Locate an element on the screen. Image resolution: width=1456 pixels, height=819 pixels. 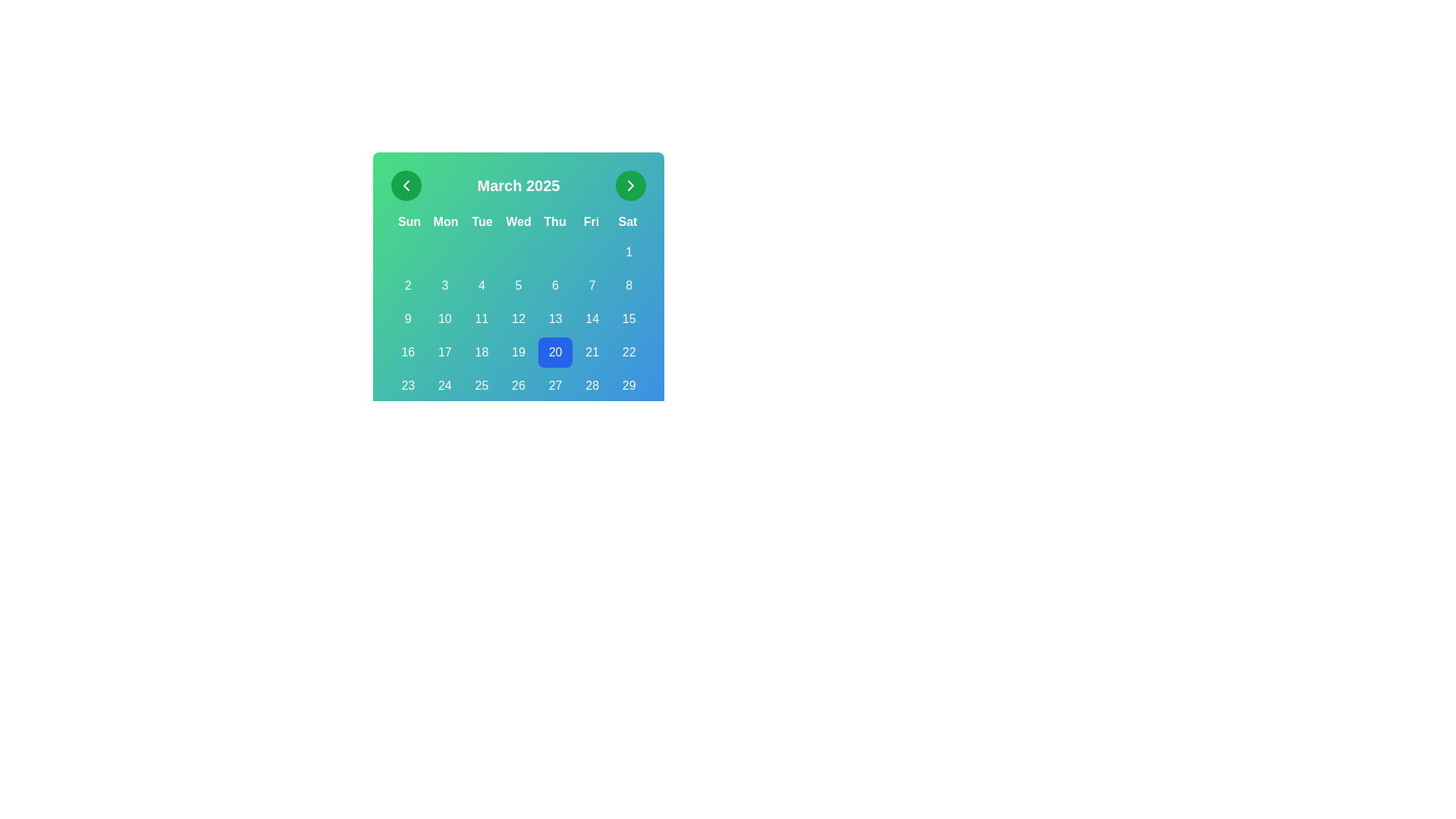
the circular button icon in the top-left corner of the calendar interface is located at coordinates (406, 185).